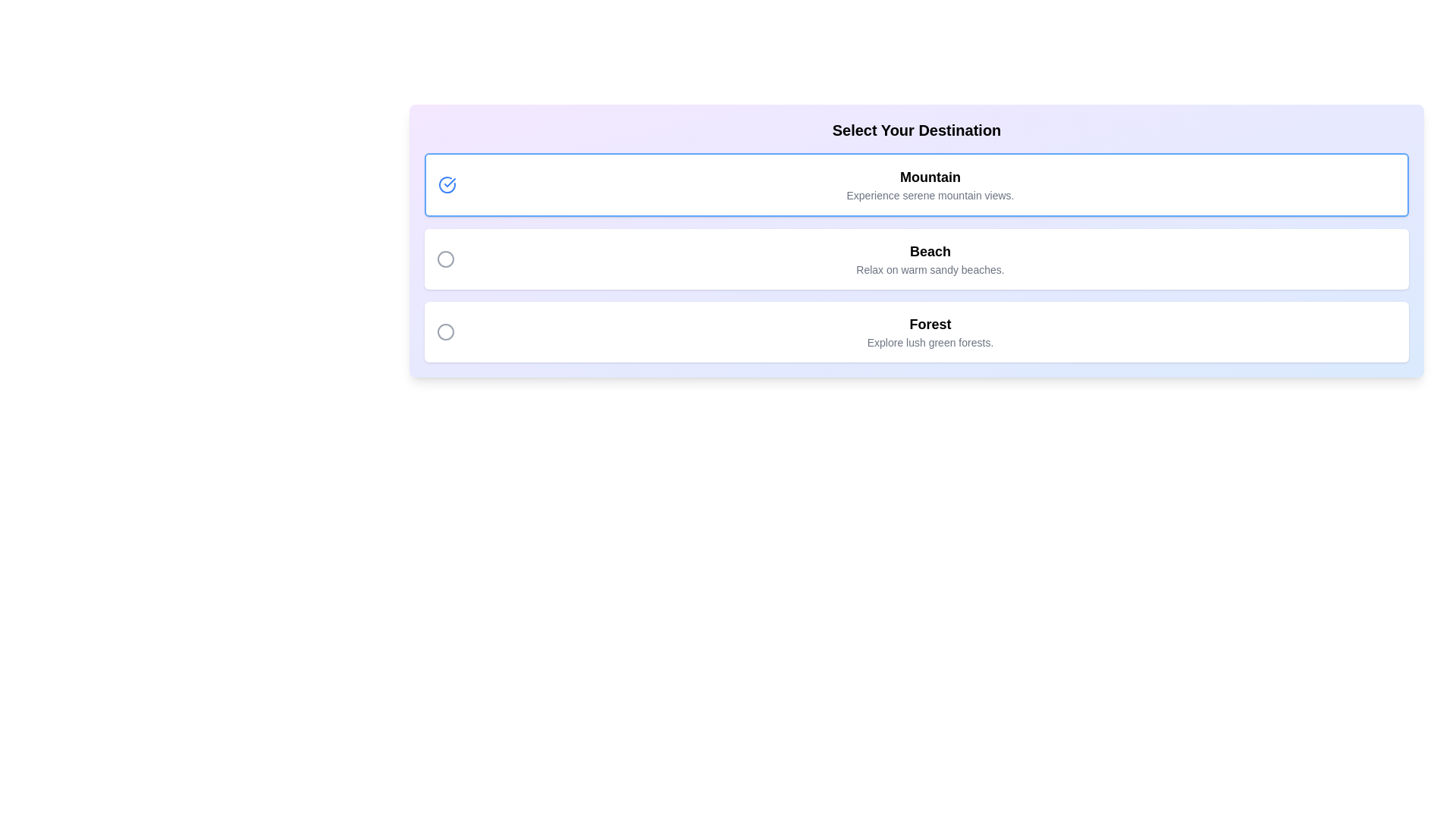  I want to click on the 'Beach' selectable option to read the description and learn more about the Beach destination, so click(916, 259).